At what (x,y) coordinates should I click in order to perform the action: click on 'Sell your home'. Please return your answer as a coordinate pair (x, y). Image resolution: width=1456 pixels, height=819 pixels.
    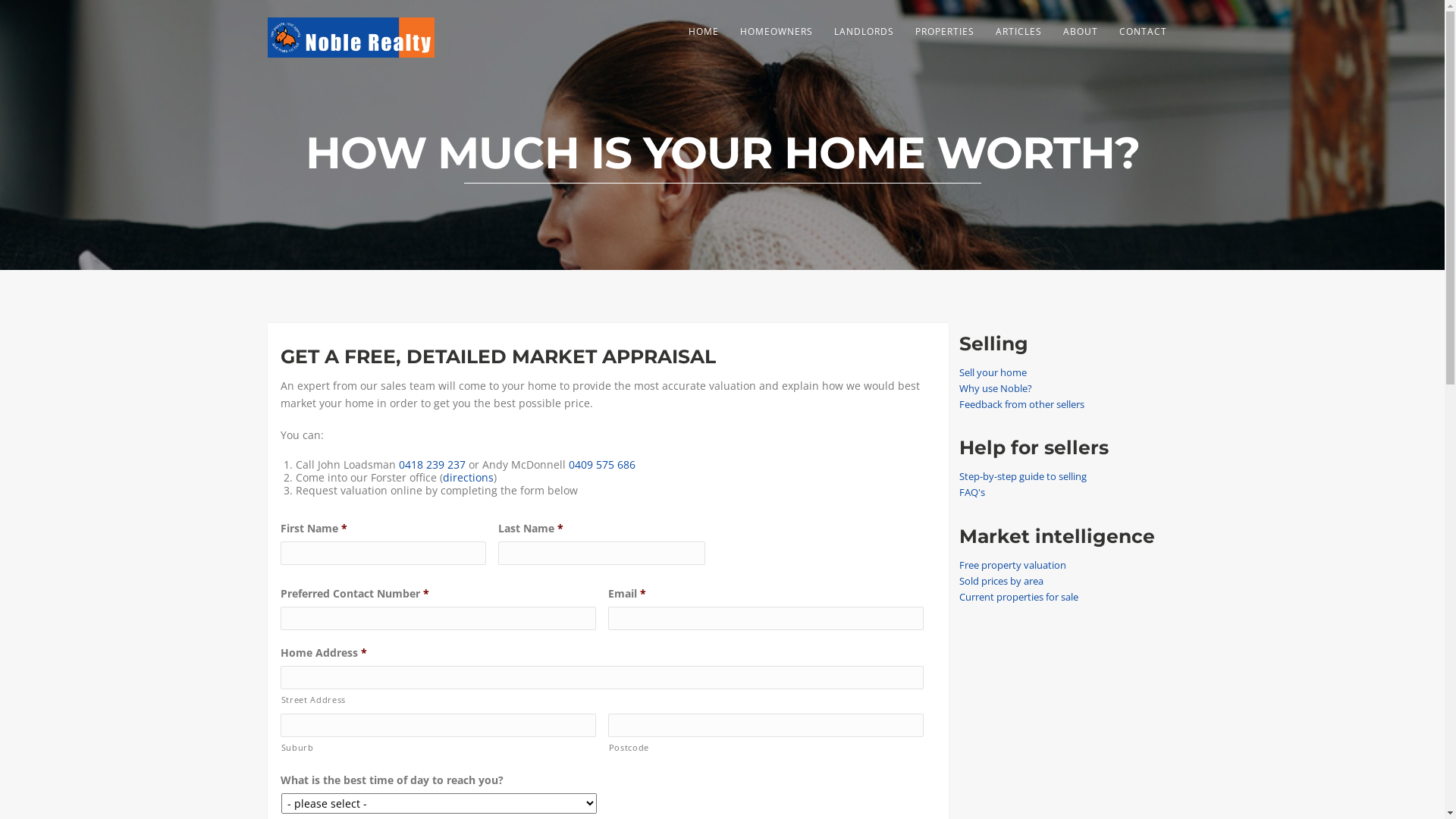
    Looking at the image, I should click on (992, 372).